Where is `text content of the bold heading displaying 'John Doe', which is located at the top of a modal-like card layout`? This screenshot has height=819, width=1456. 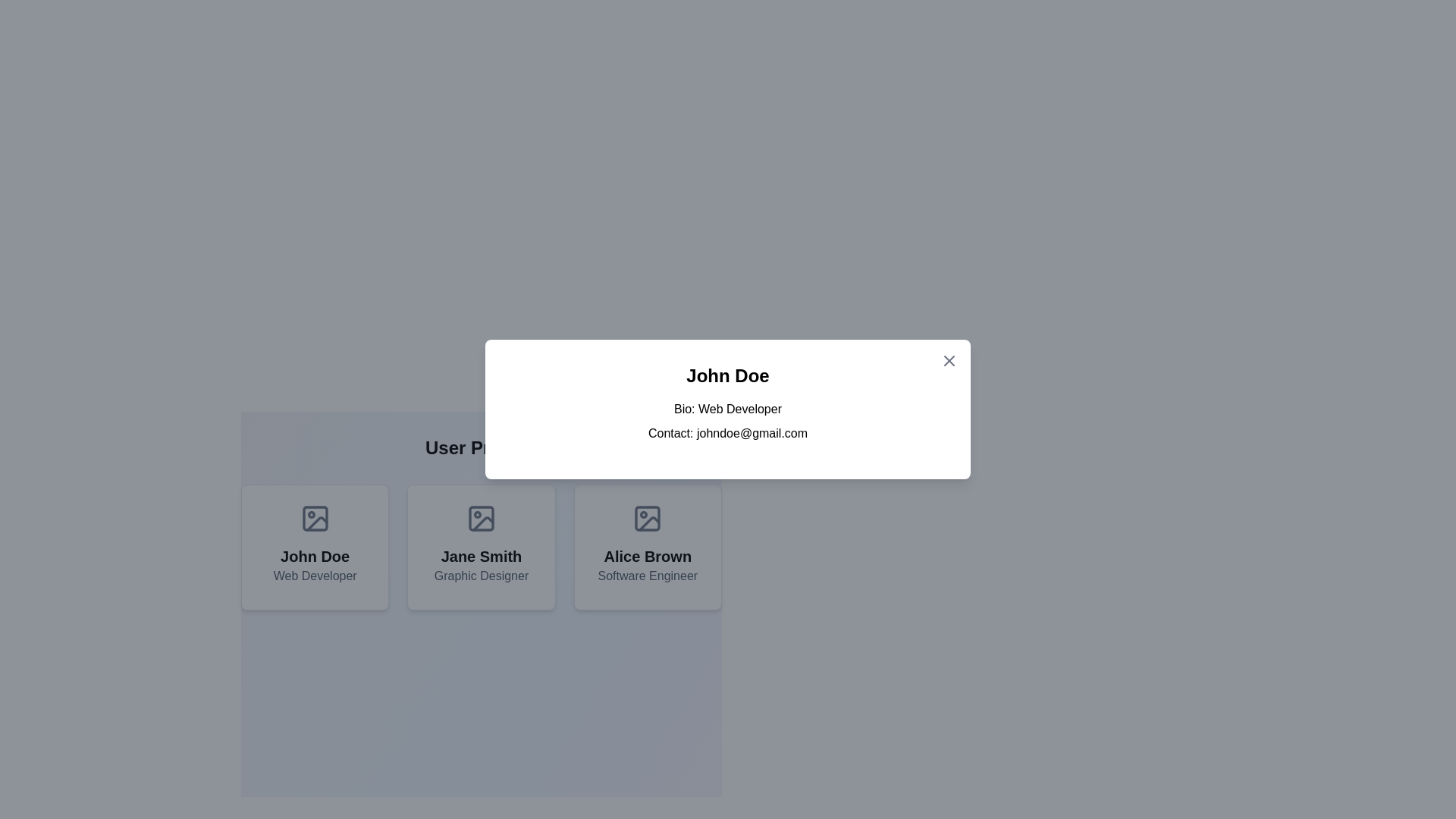 text content of the bold heading displaying 'John Doe', which is located at the top of a modal-like card layout is located at coordinates (728, 375).